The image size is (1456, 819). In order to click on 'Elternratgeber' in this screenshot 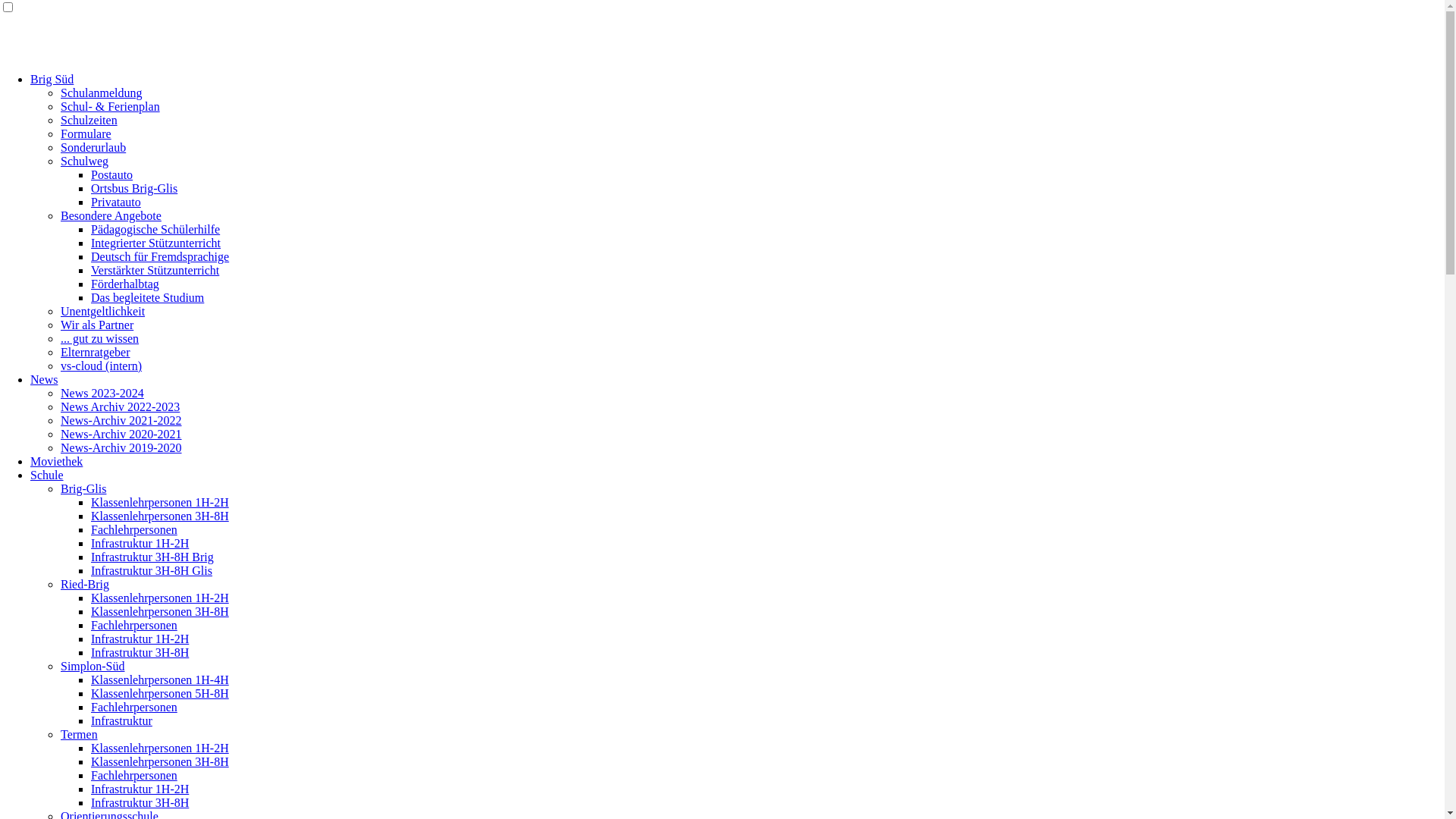, I will do `click(94, 352)`.